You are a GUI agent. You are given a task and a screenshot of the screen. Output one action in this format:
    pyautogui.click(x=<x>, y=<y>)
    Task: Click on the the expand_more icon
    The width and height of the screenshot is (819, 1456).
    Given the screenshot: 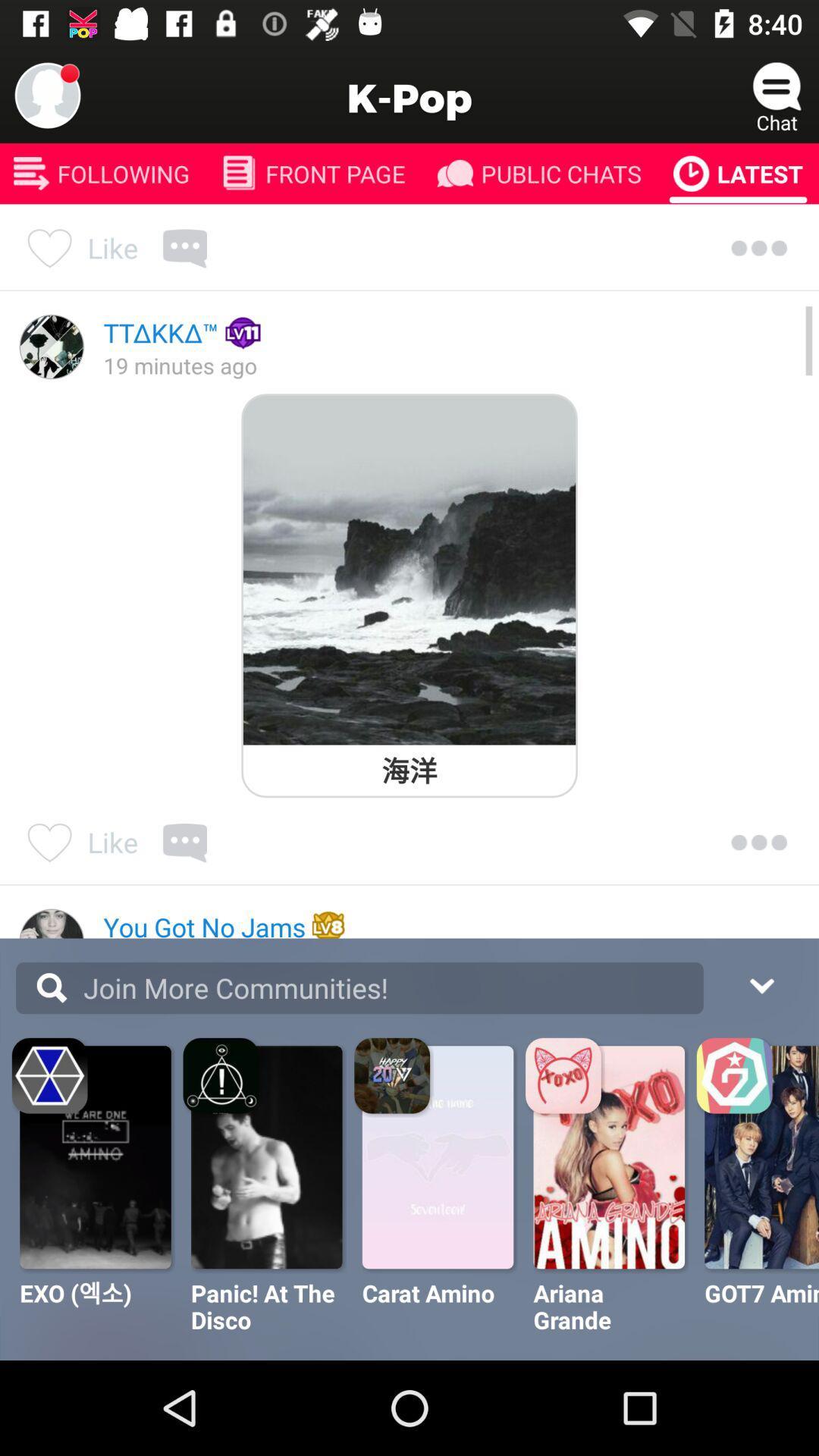 What is the action you would take?
    pyautogui.click(x=761, y=984)
    